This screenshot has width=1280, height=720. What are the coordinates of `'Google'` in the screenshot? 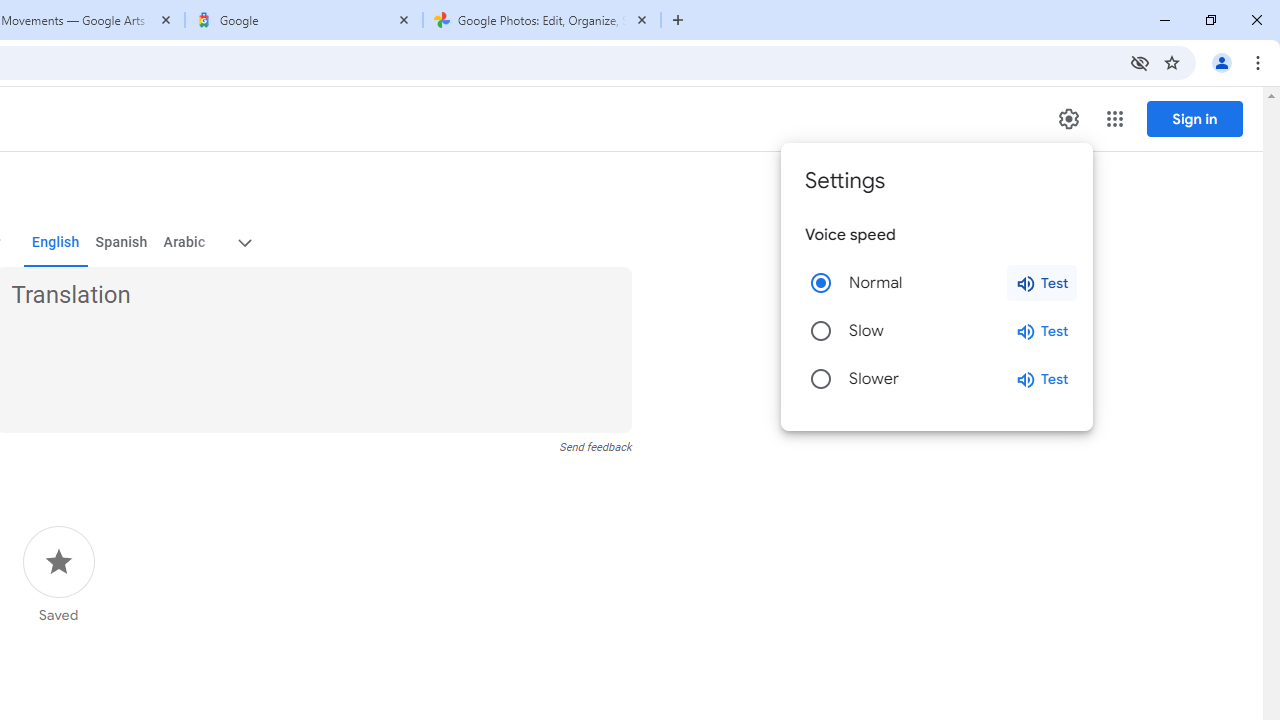 It's located at (303, 20).